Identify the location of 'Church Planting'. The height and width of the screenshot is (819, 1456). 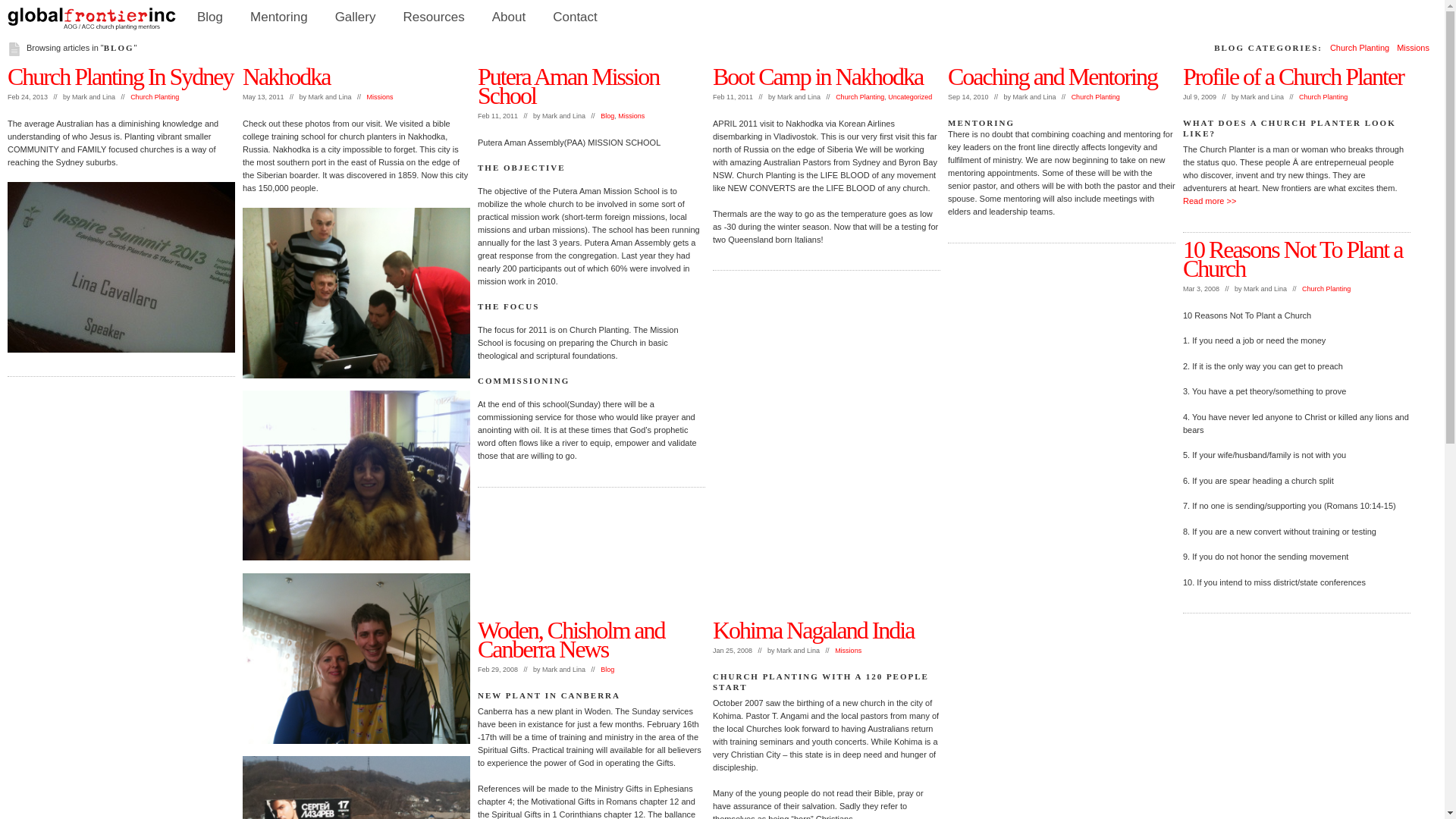
(1323, 96).